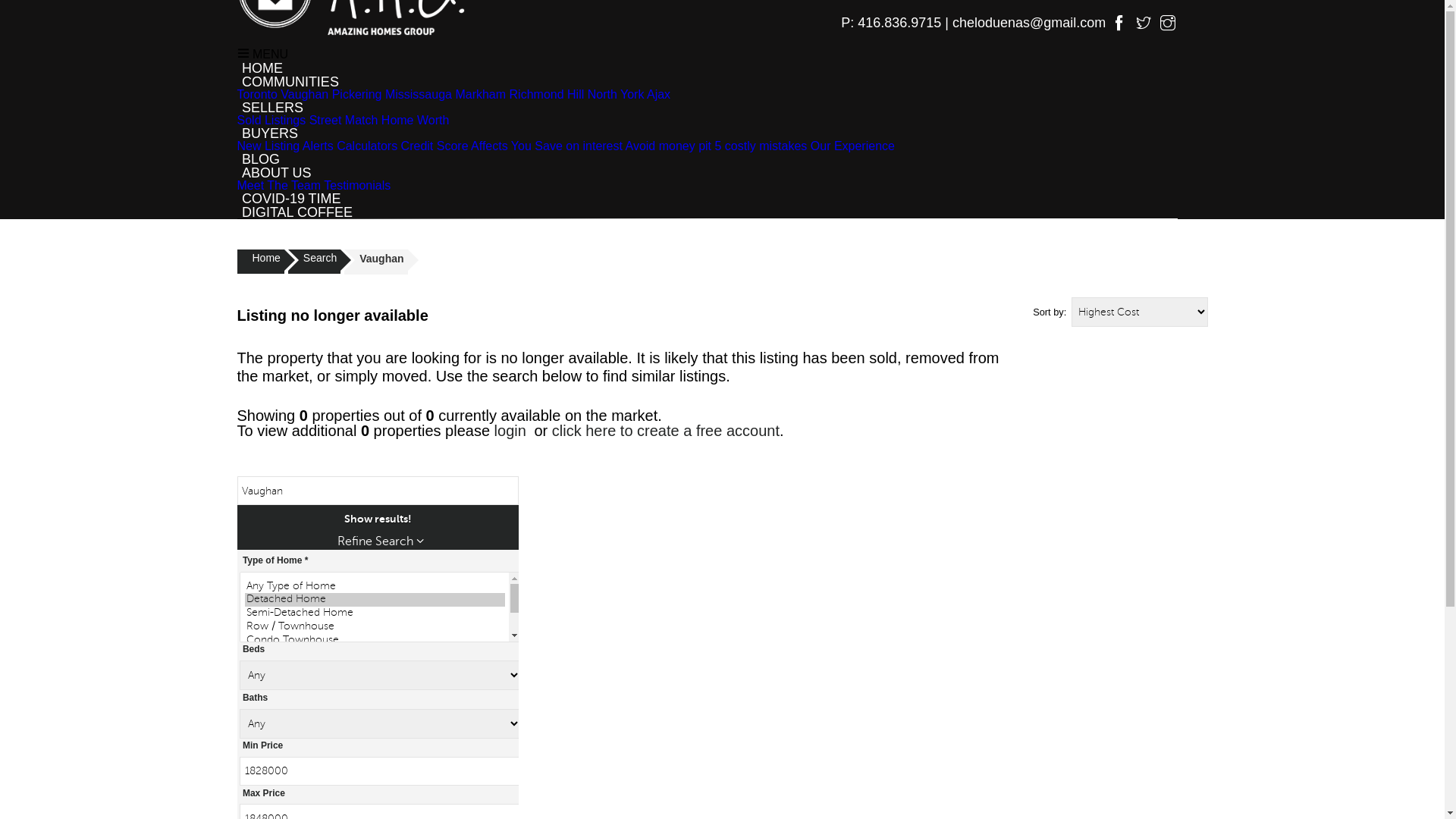  I want to click on 'New Listing Alerts', so click(284, 146).